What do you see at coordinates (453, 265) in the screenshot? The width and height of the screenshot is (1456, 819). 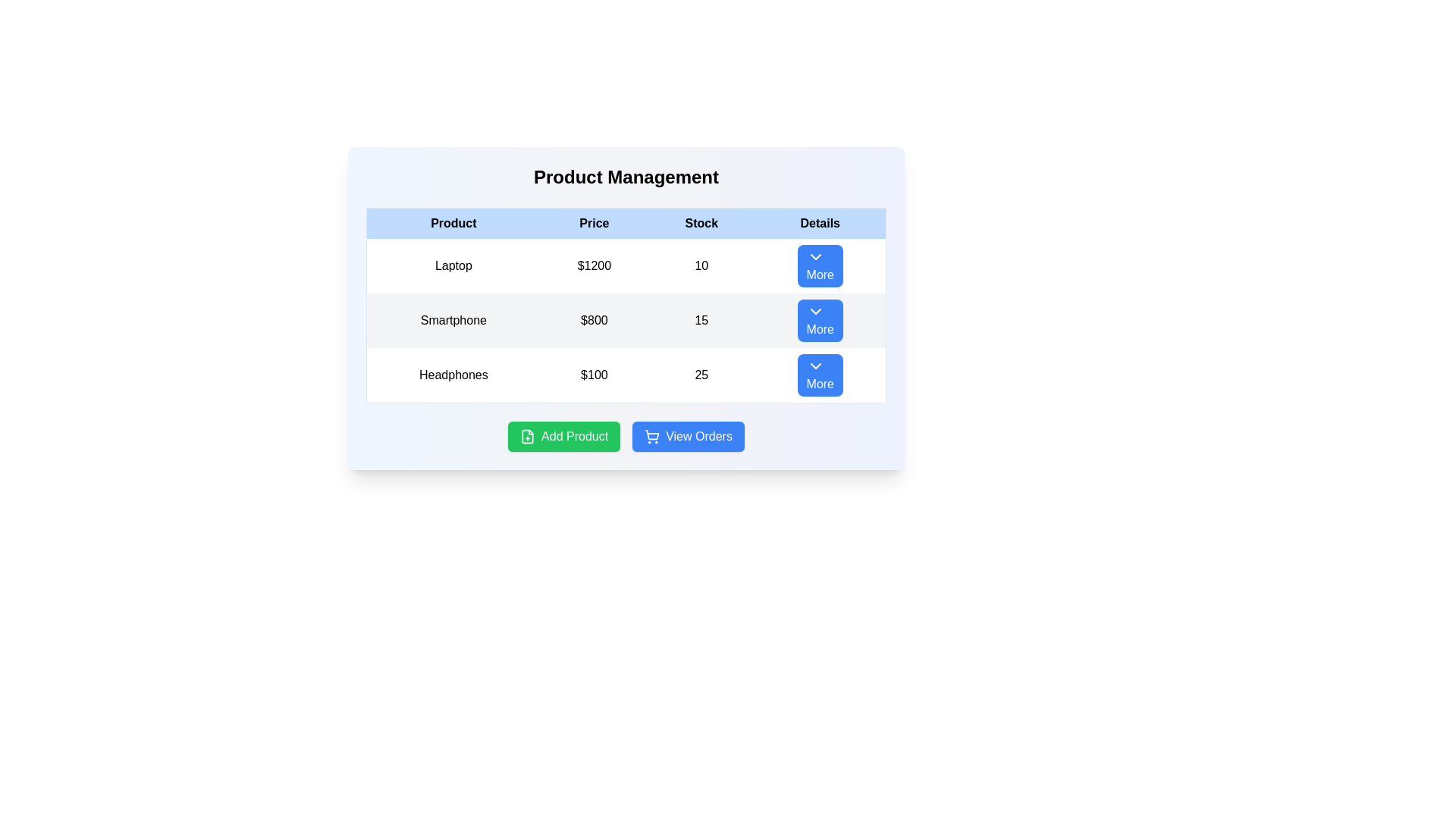 I see `the text label displaying 'Laptop', which is bold and centered in the 'Product' column of the table` at bounding box center [453, 265].